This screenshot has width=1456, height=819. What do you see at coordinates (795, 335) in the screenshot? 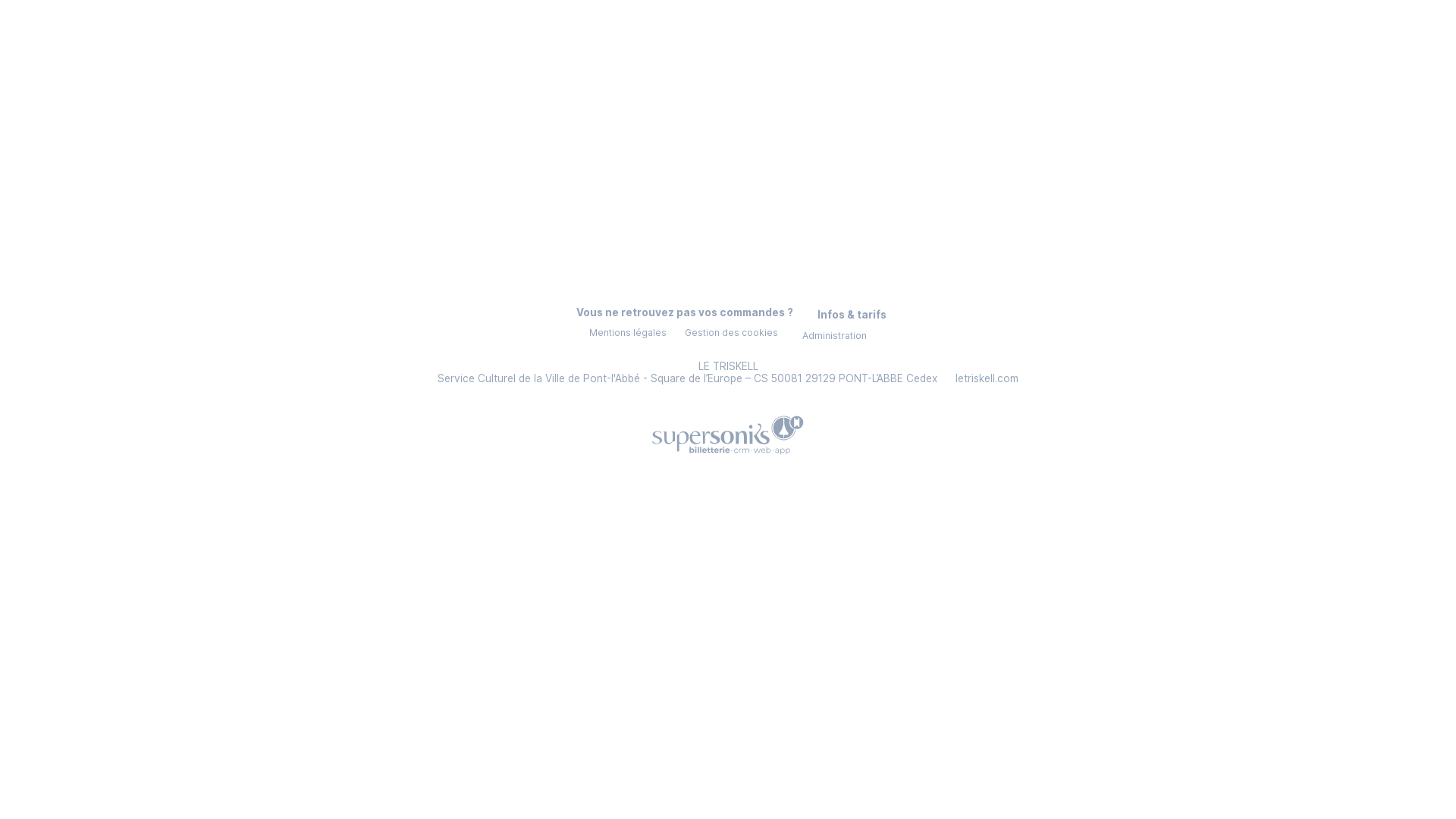
I see `'Administration'` at bounding box center [795, 335].